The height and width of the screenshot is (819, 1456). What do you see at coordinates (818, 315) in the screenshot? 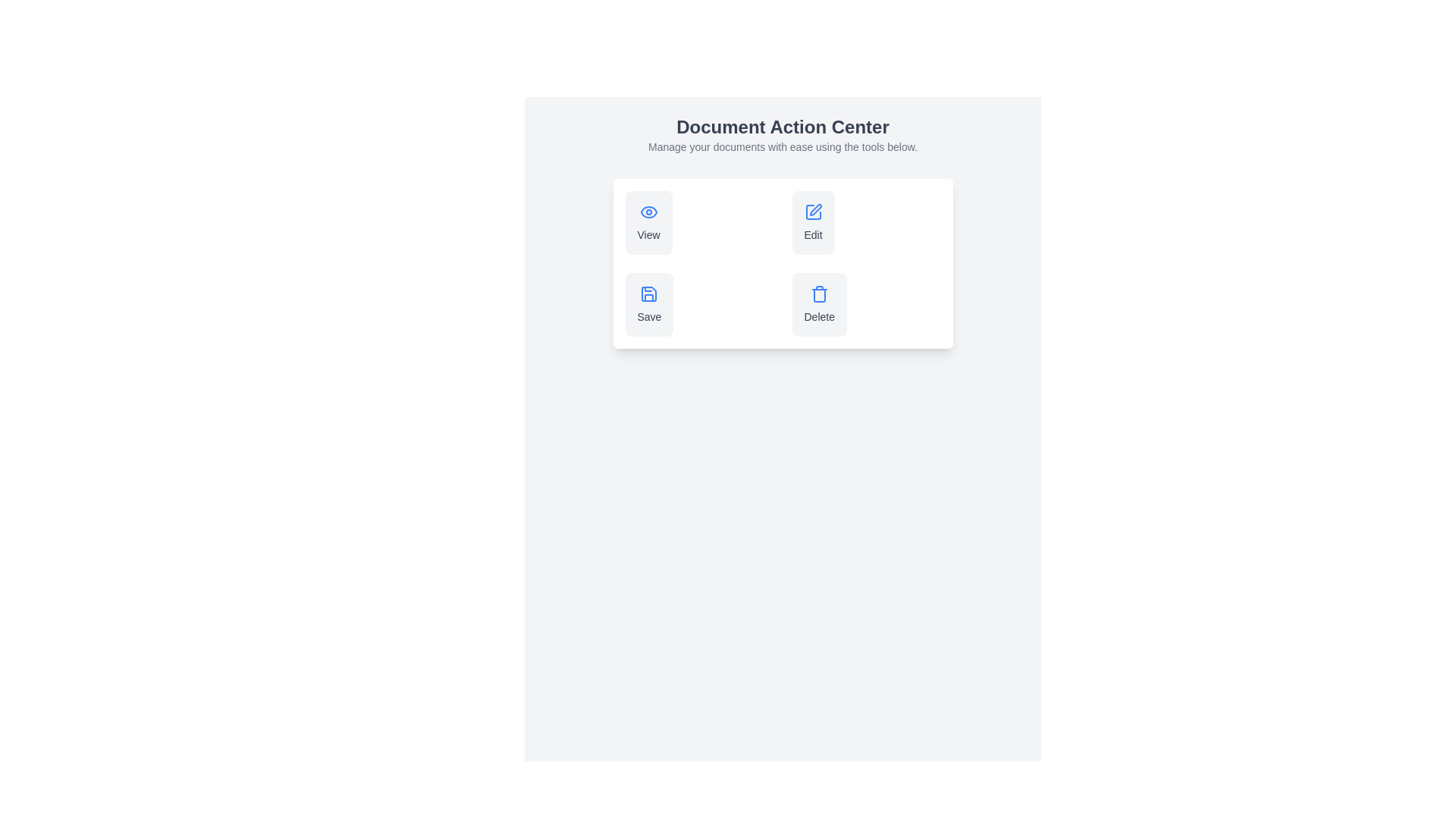
I see `the Text Label that describes the action associated with deleting an item, located below the trash can icon in the bottom-right section of the grid layout` at bounding box center [818, 315].